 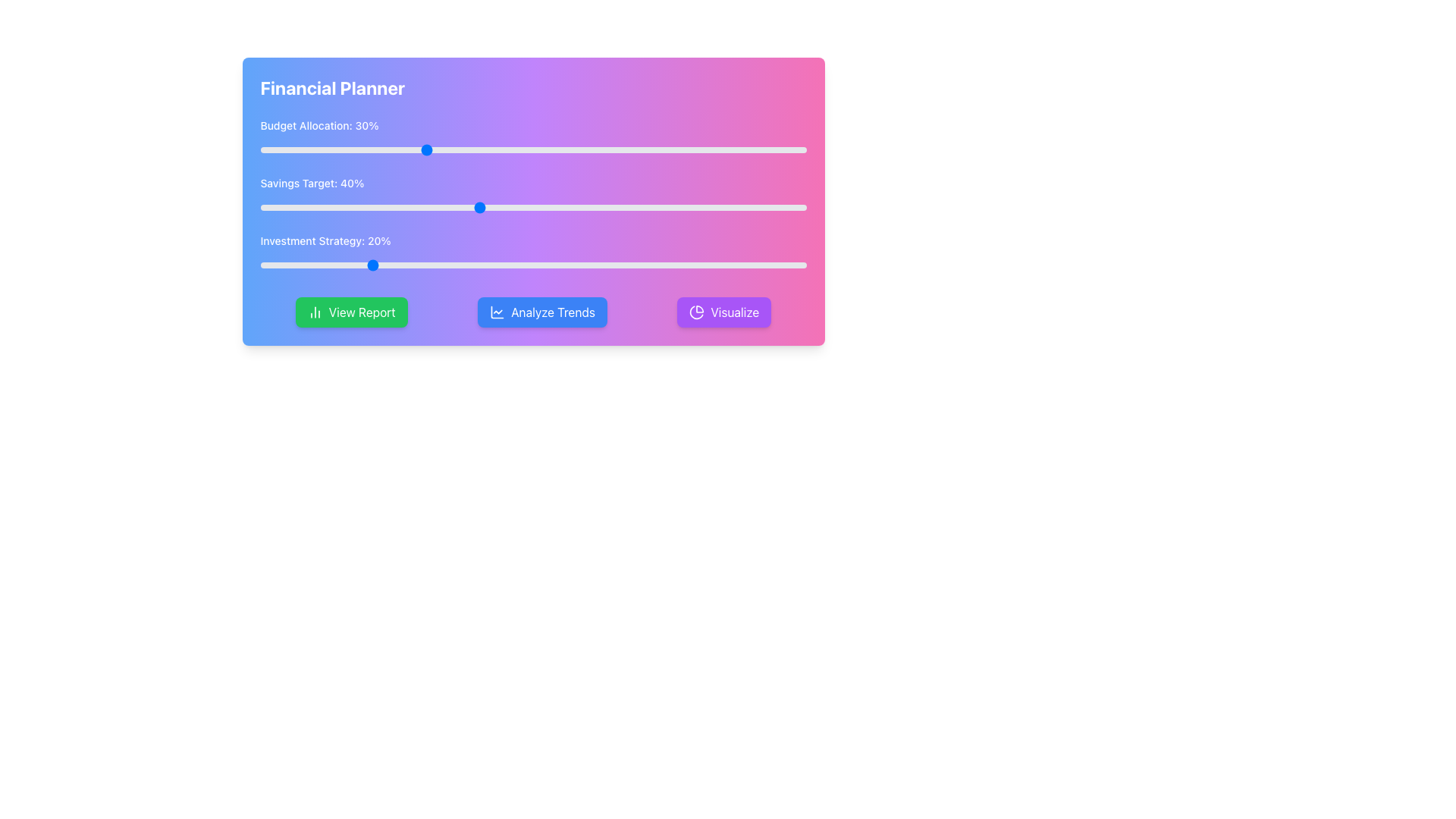 What do you see at coordinates (450, 207) in the screenshot?
I see `the savings target percentage` at bounding box center [450, 207].